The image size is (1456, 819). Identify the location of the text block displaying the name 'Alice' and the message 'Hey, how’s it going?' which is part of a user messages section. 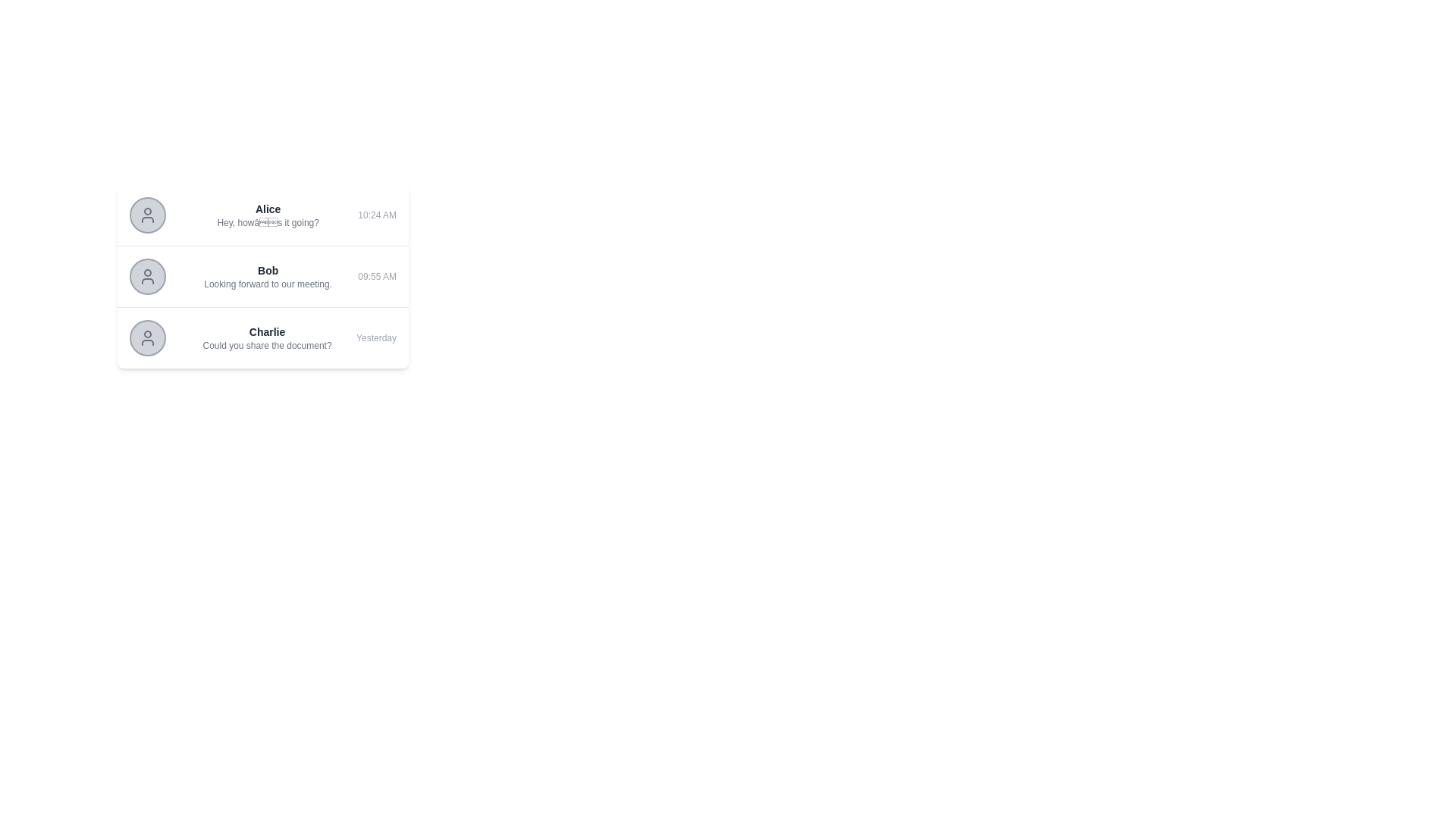
(268, 215).